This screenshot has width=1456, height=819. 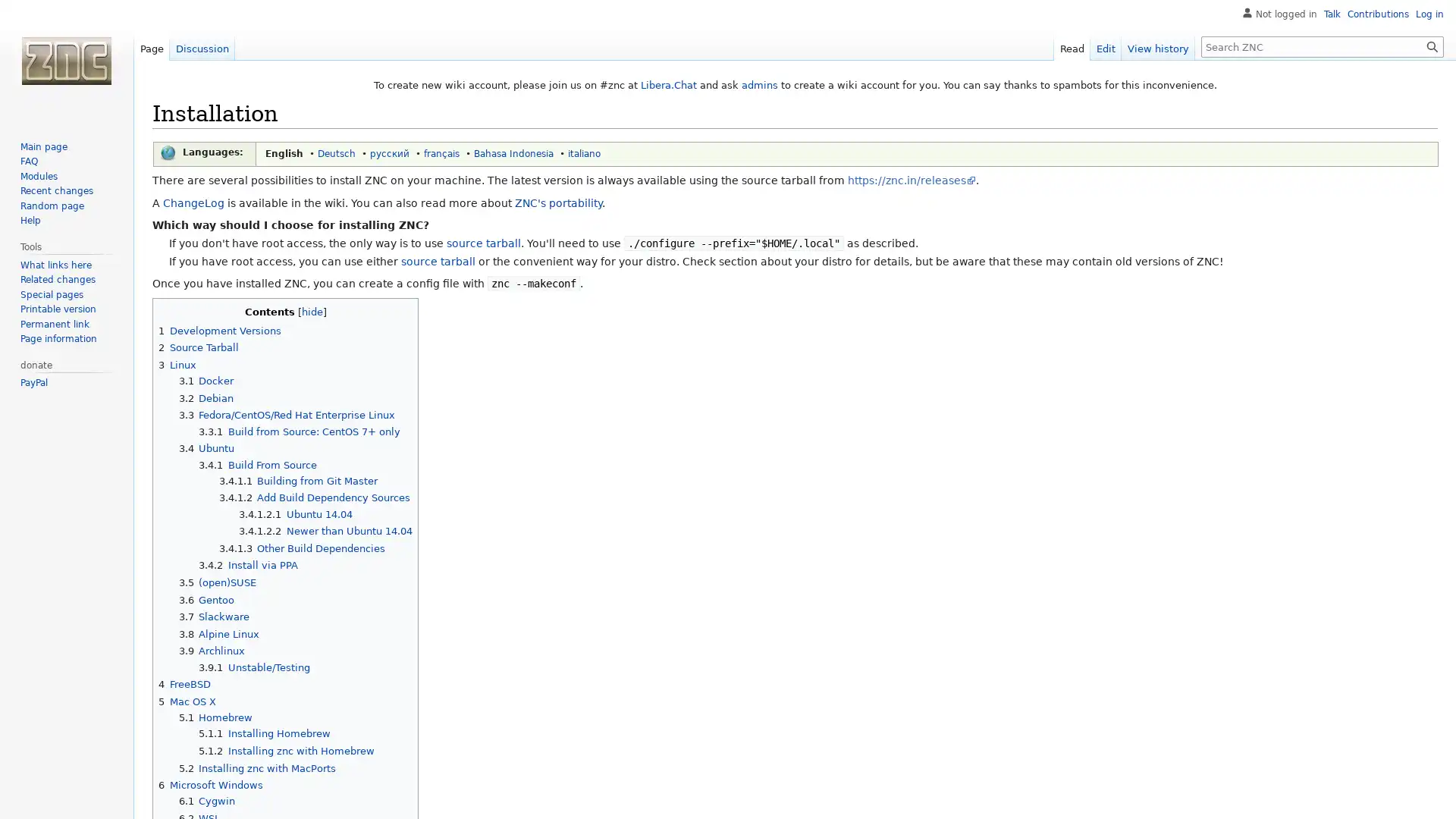 I want to click on Go, so click(x=1432, y=45).